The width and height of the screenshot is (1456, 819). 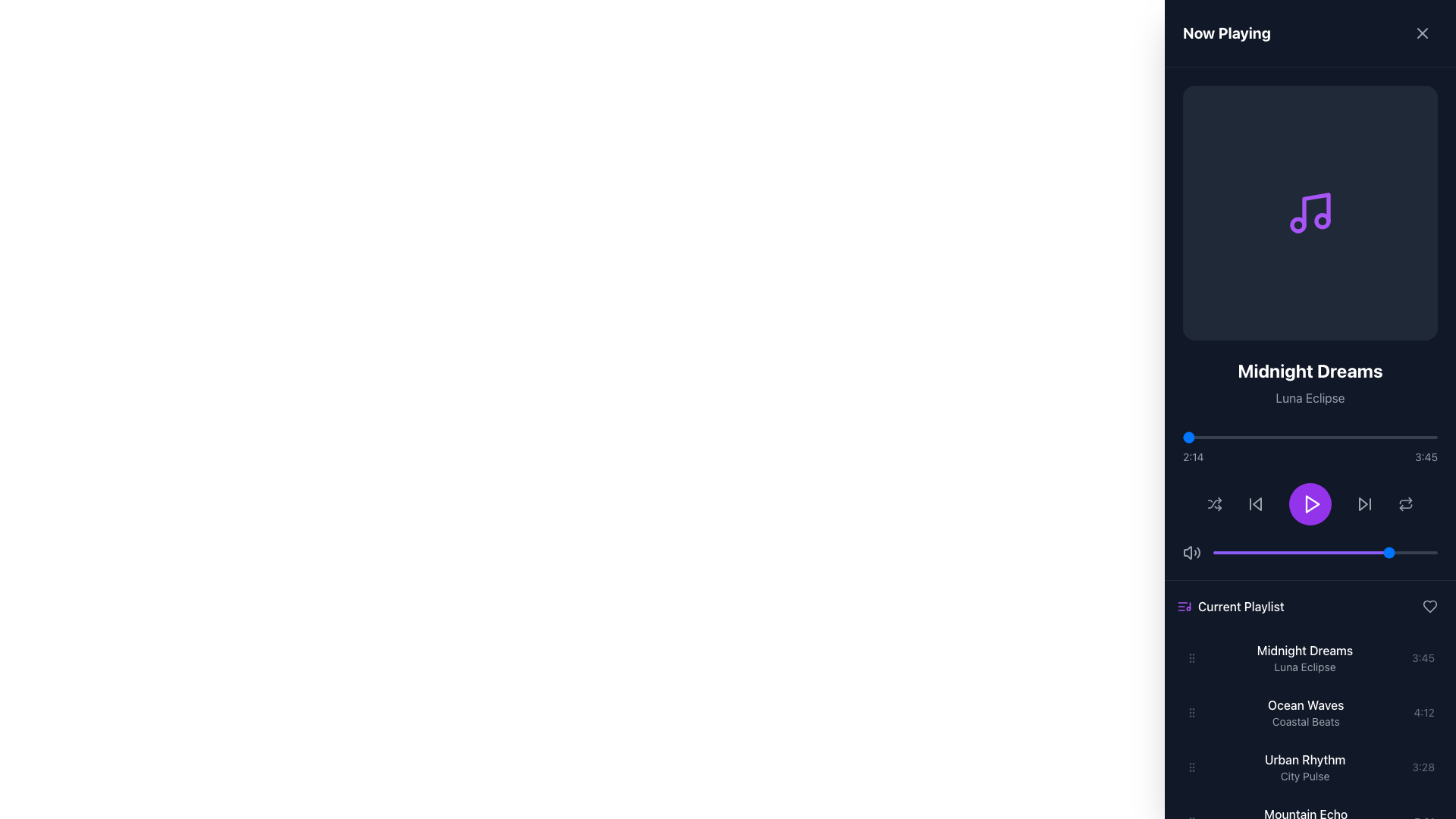 I want to click on the purple music-related icon depicting a list and musical note, located to the left of the 'Current Playlist' label in the navigation panel, so click(x=1183, y=605).